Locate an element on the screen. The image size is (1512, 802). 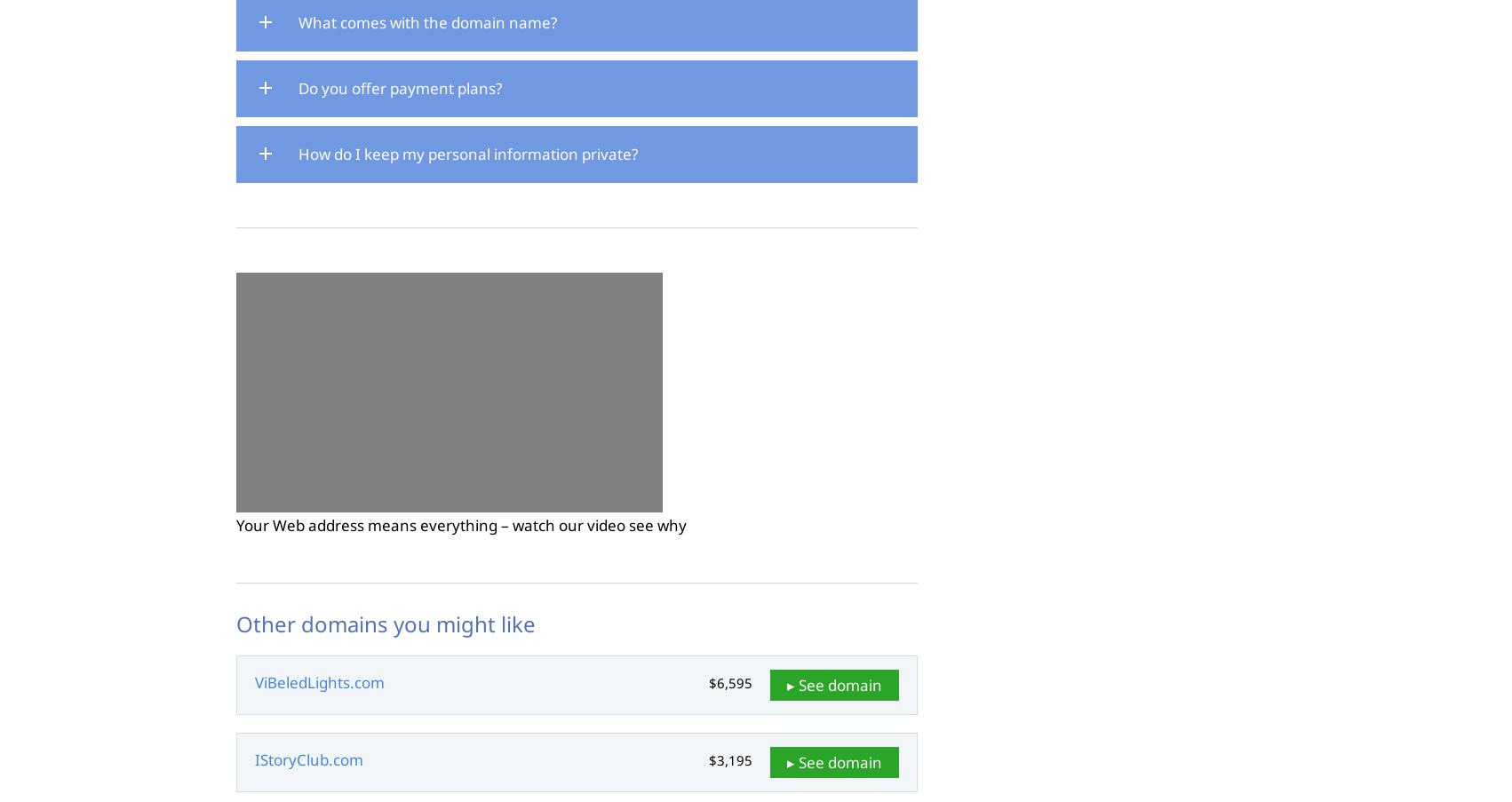
'$3,195' is located at coordinates (729, 760).